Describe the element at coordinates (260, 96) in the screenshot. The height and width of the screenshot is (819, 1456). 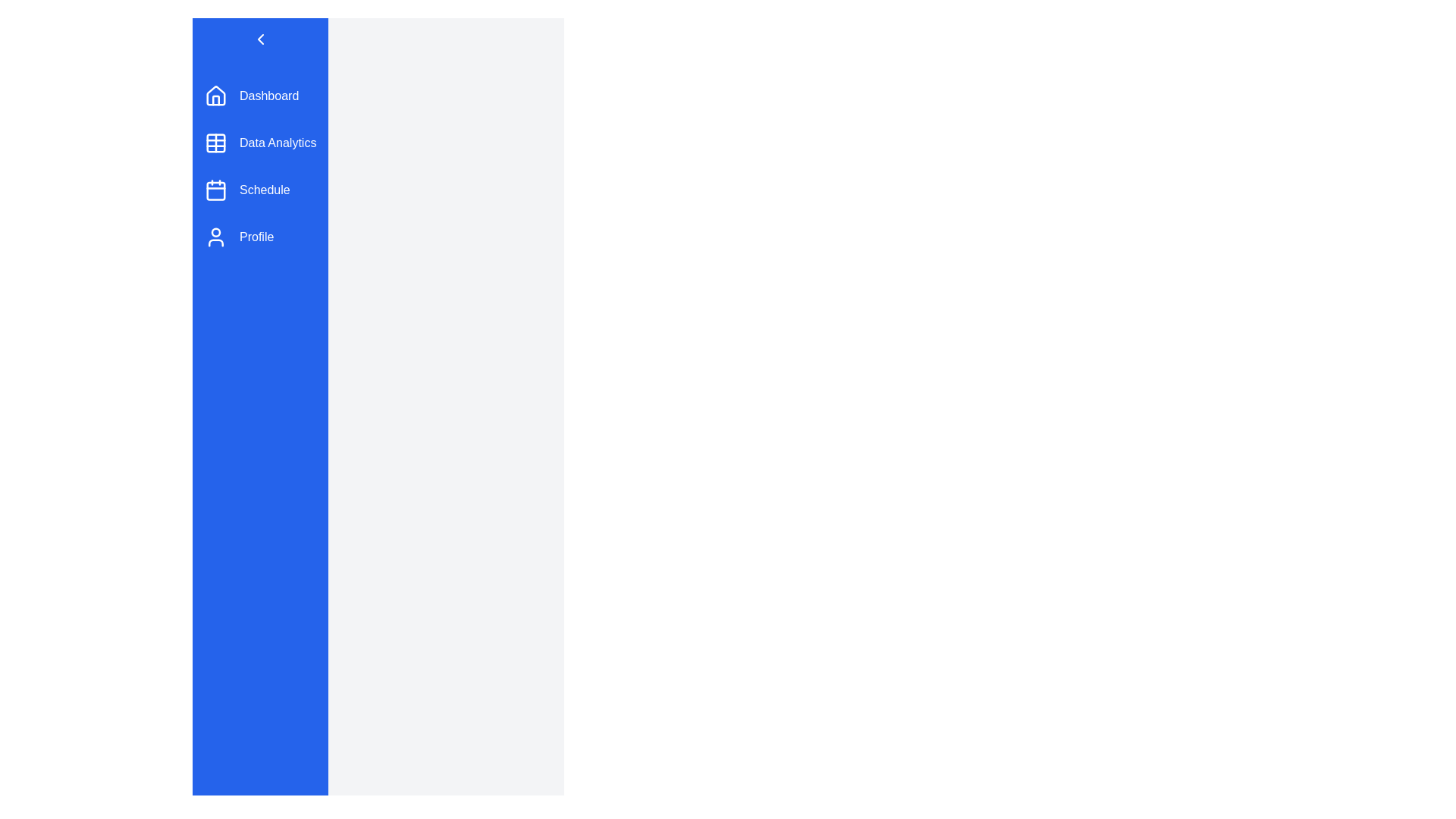
I see `the menu item labeled 'Dashboard' to trigger its hover effect` at that location.